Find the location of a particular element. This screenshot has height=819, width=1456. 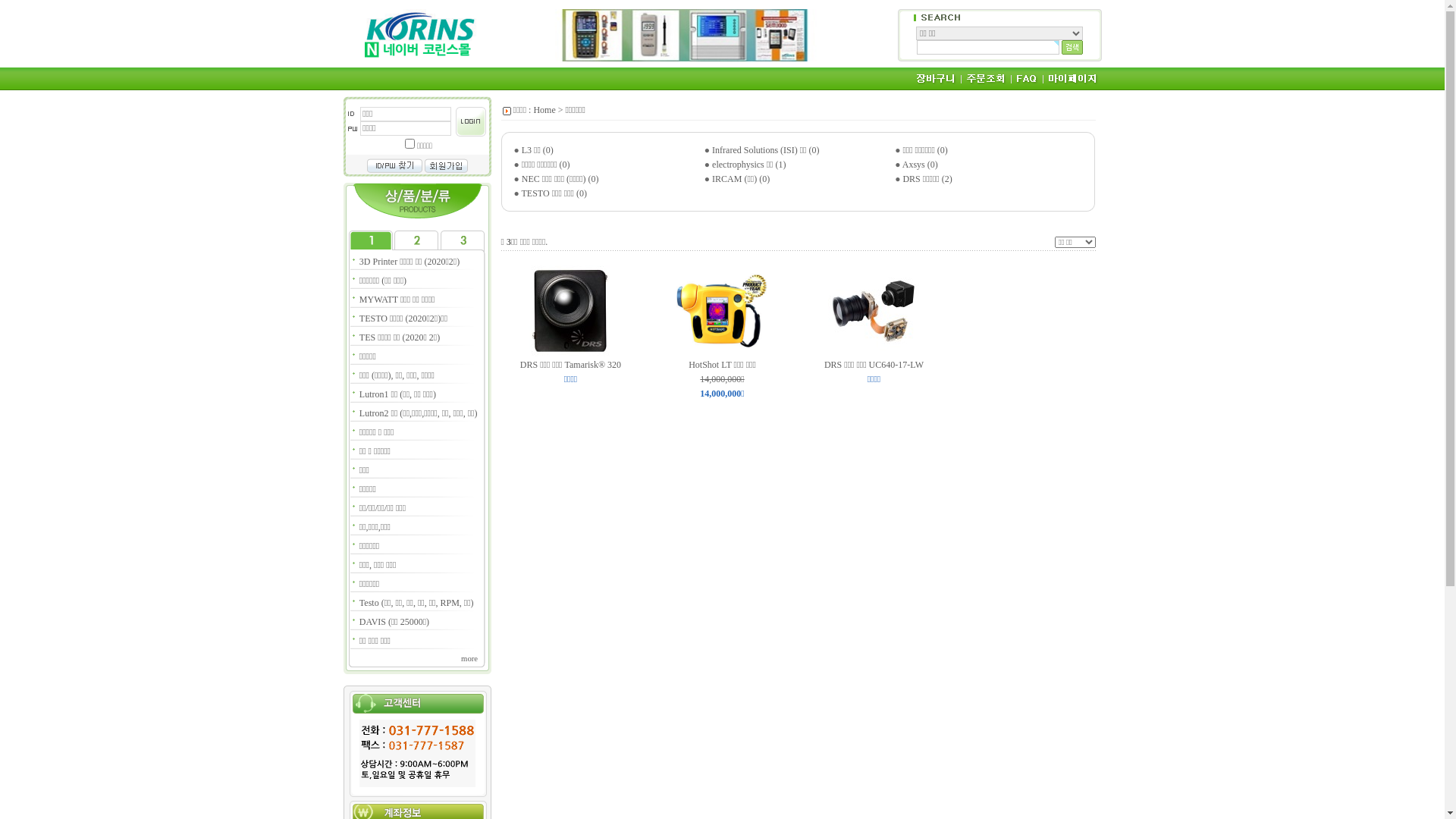

'Axsys (0)' is located at coordinates (919, 164).